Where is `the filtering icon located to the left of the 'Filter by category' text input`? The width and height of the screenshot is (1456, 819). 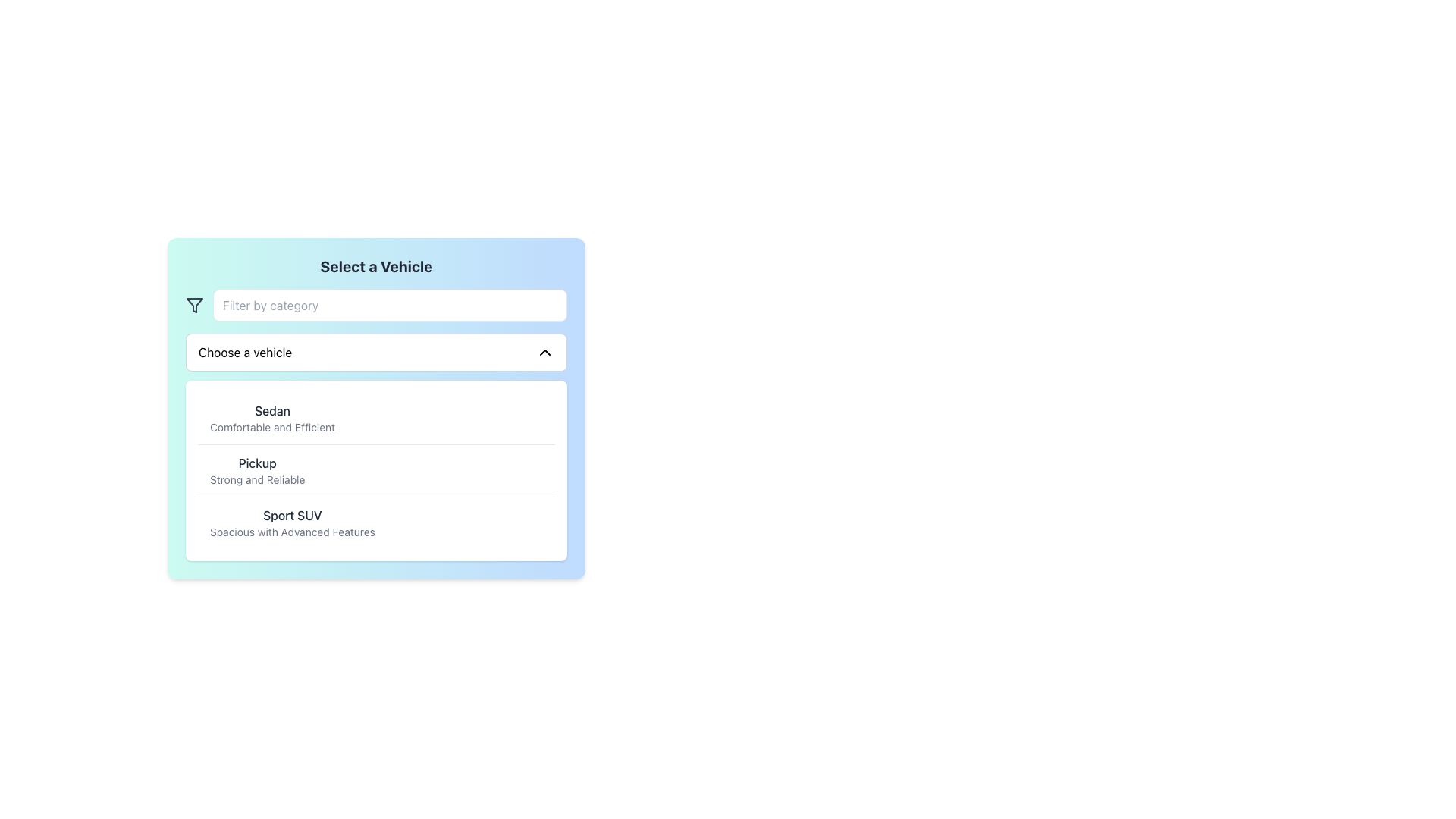 the filtering icon located to the left of the 'Filter by category' text input is located at coordinates (194, 305).